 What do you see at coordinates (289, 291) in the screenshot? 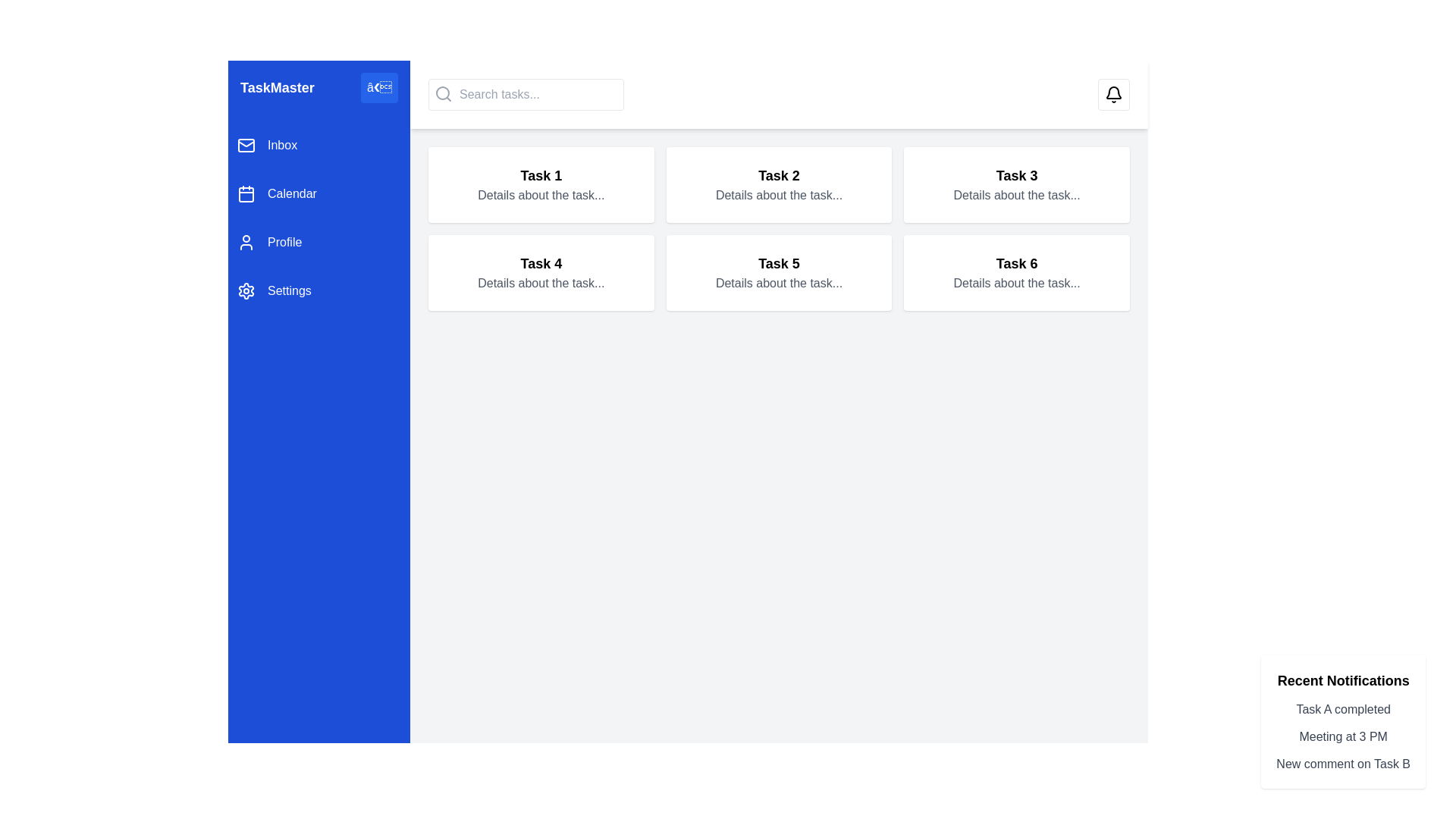
I see `the 'Settings' label in the sidebar menu` at bounding box center [289, 291].